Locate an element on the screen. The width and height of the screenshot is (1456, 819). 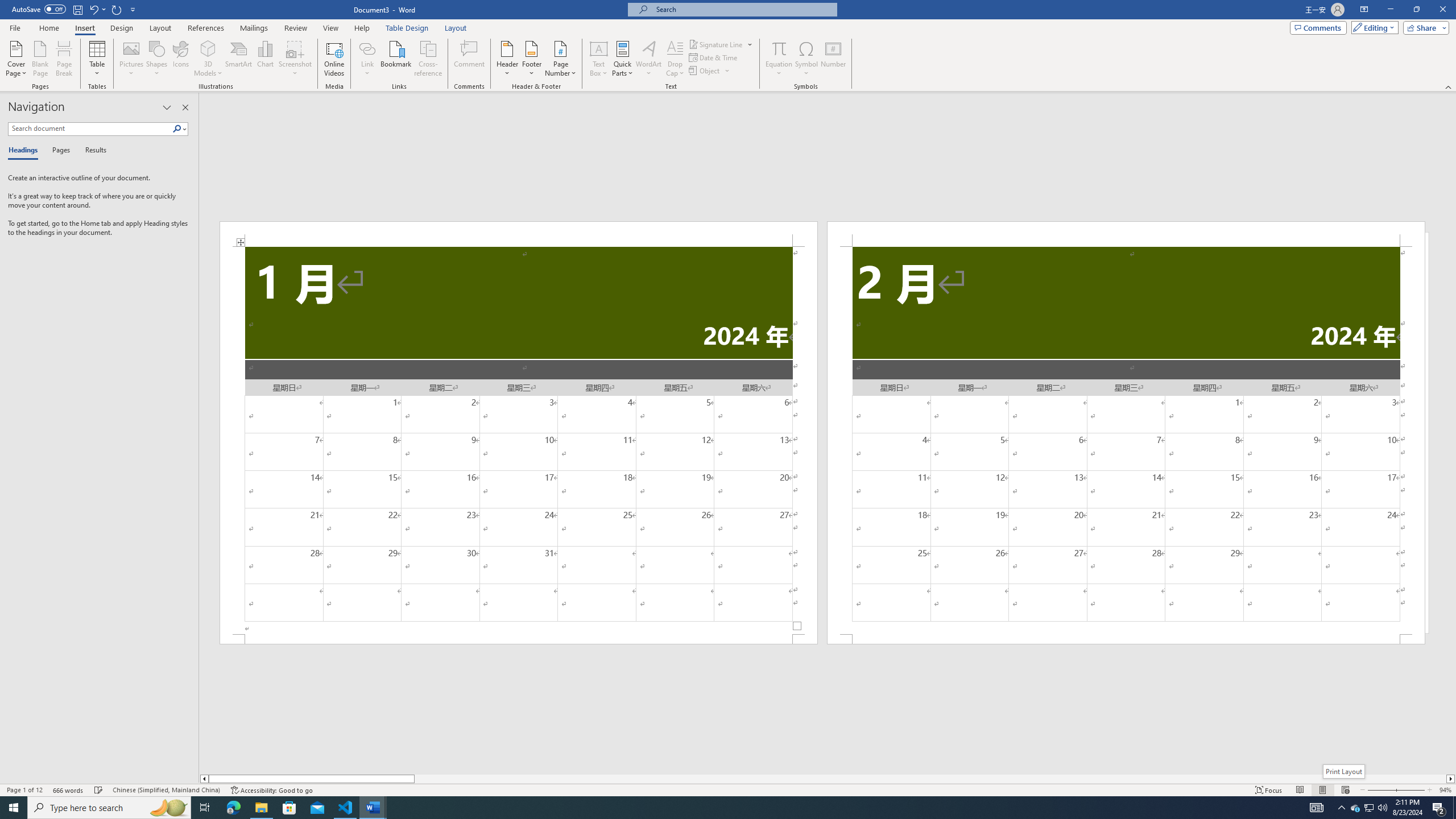
'Results' is located at coordinates (91, 150).